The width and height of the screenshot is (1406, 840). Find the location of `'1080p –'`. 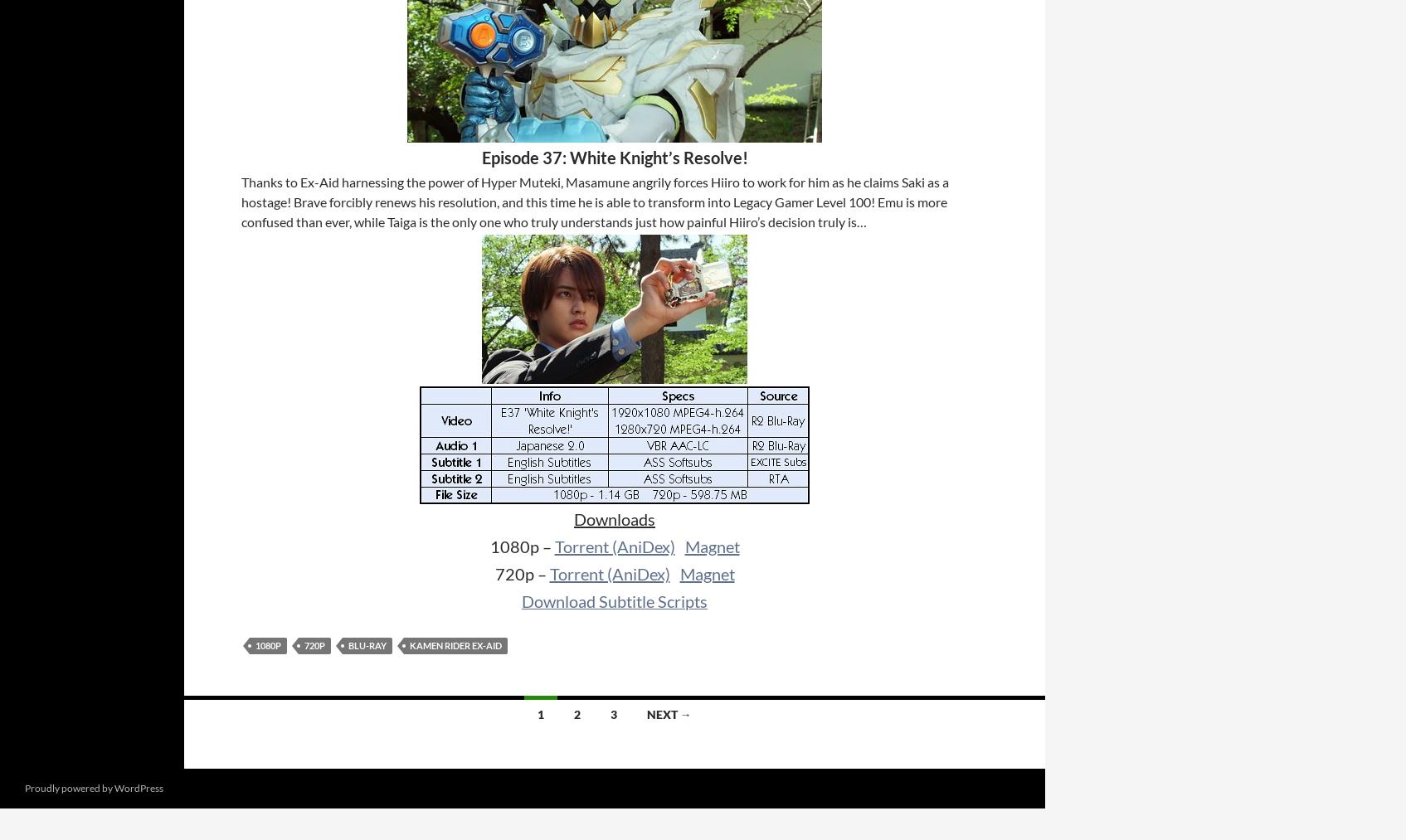

'1080p –' is located at coordinates (521, 545).